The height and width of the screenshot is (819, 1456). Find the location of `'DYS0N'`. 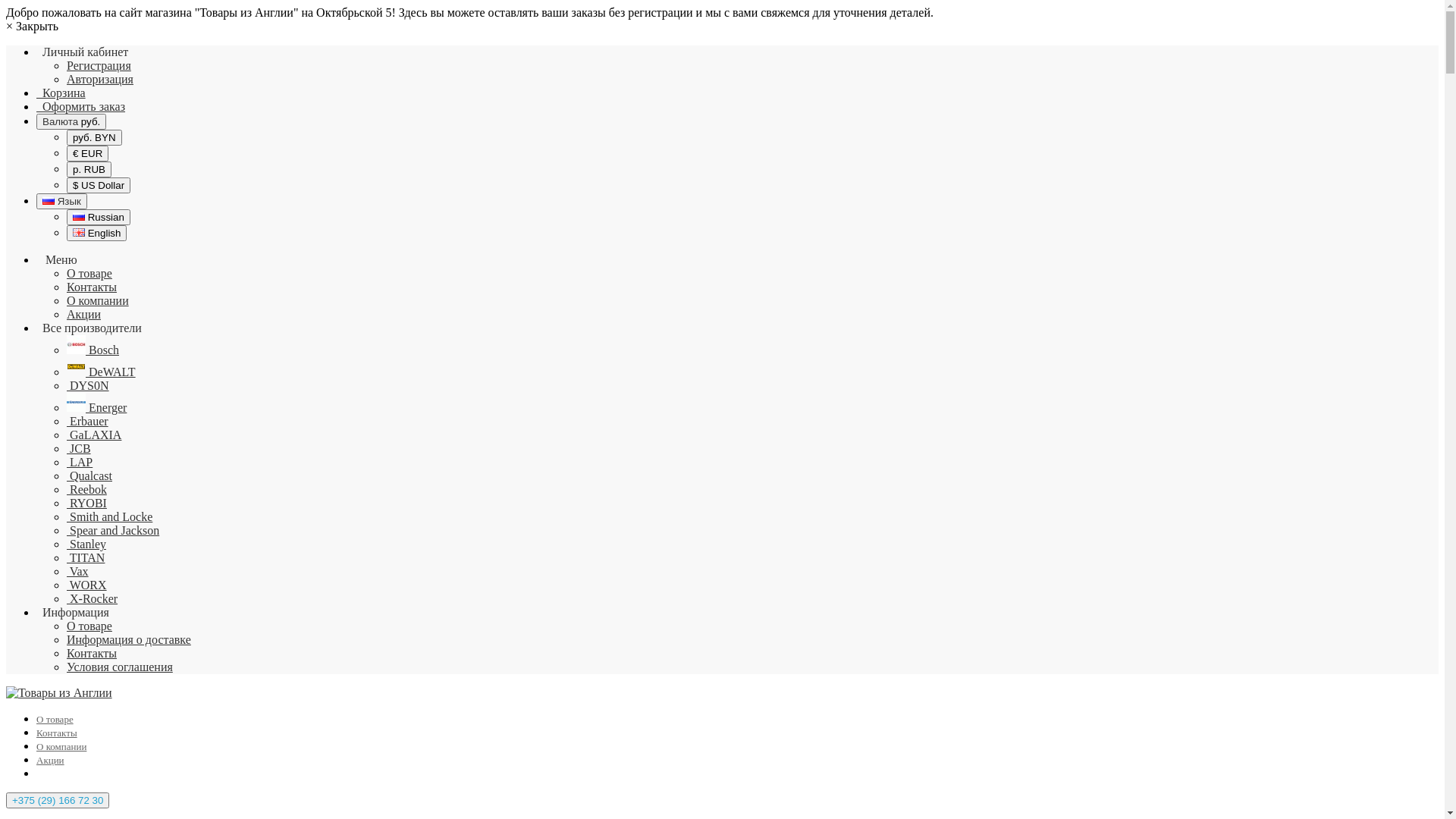

'DYS0N' is located at coordinates (86, 384).